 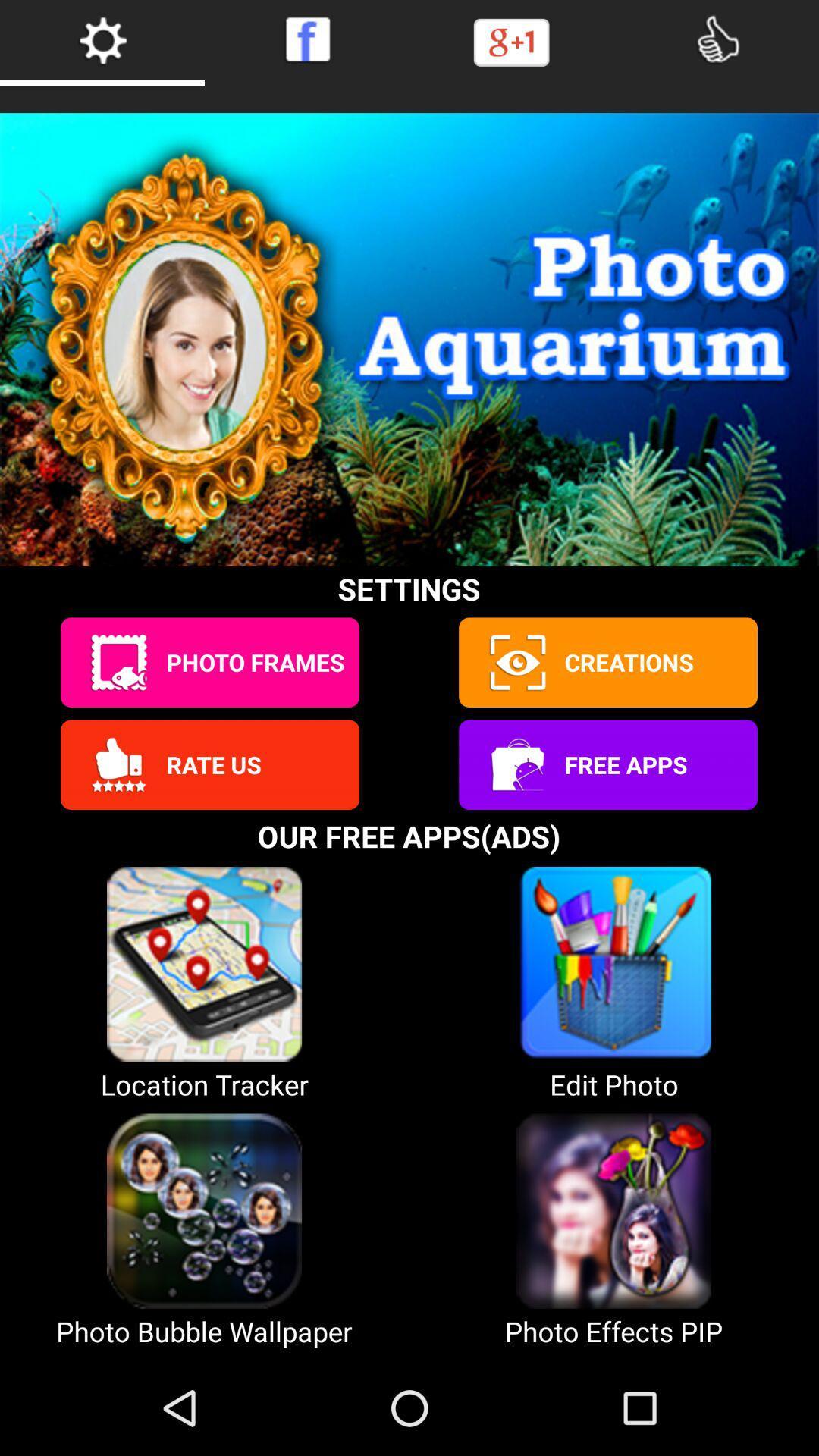 I want to click on like, so click(x=717, y=39).